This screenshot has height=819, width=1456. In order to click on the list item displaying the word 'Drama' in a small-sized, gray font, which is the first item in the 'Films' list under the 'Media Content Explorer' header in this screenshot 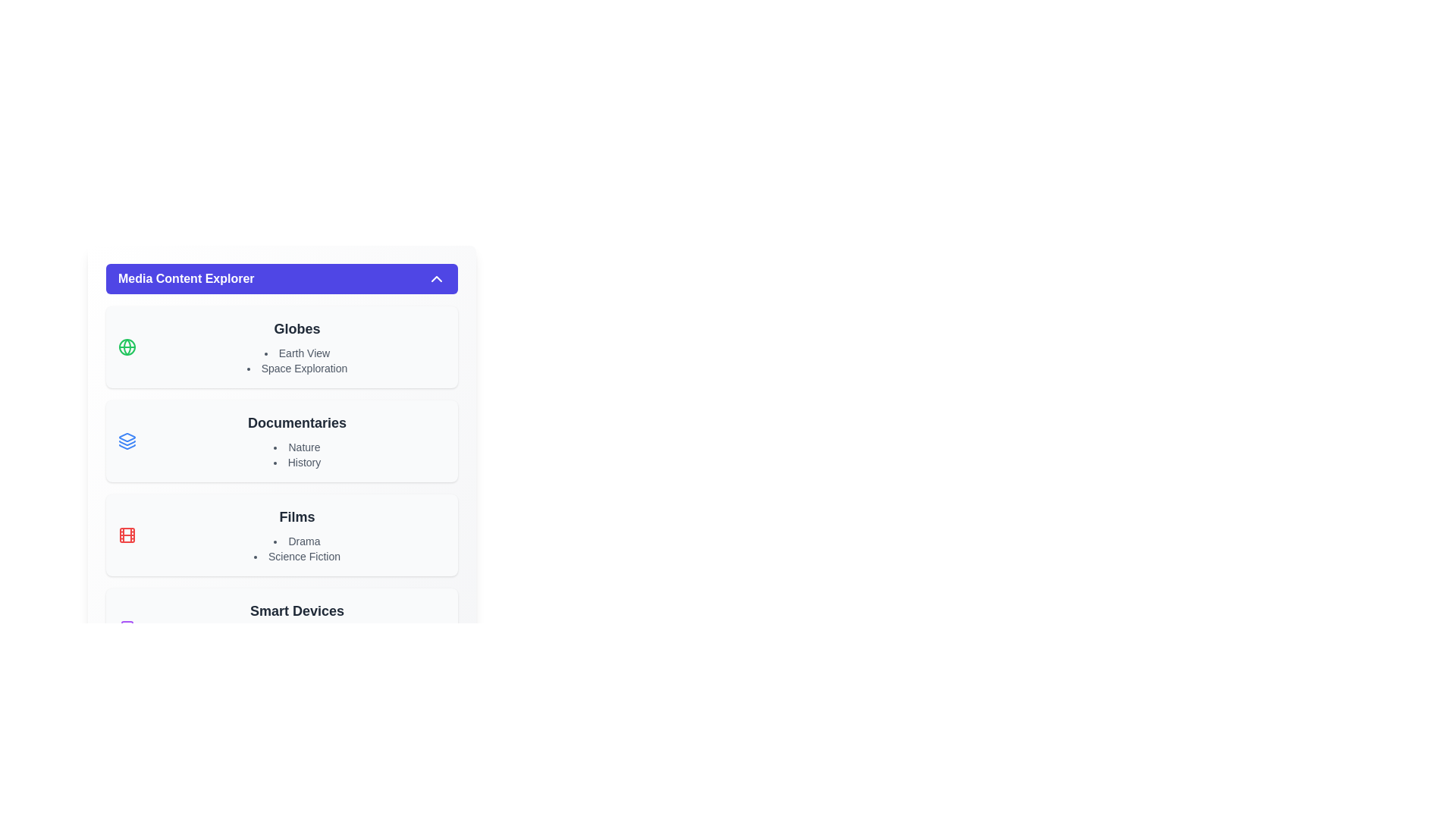, I will do `click(297, 540)`.